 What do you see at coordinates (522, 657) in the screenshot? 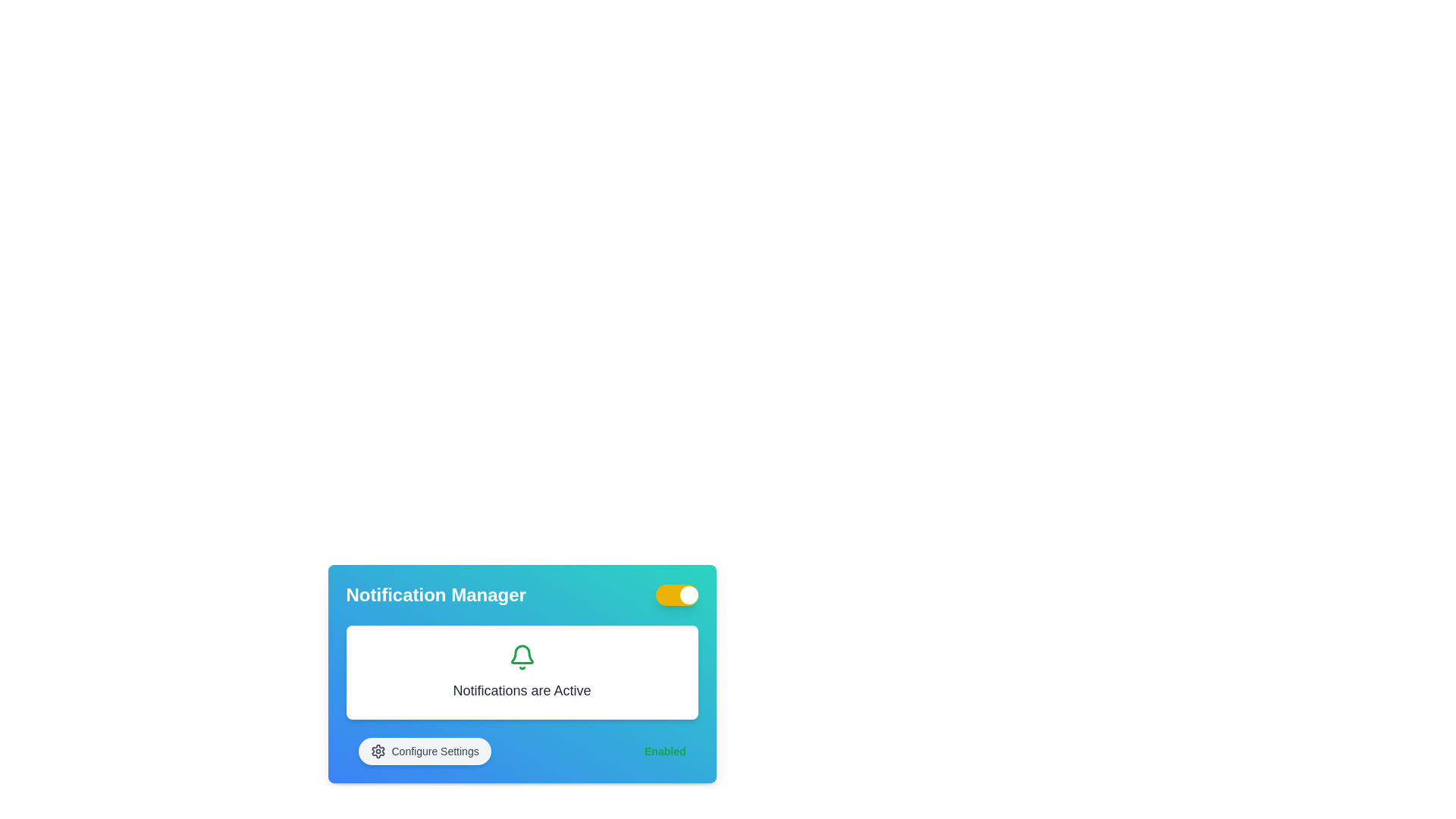
I see `the notification status icon that indicates notifications are currently active, positioned above the text 'Notifications are Active'` at bounding box center [522, 657].